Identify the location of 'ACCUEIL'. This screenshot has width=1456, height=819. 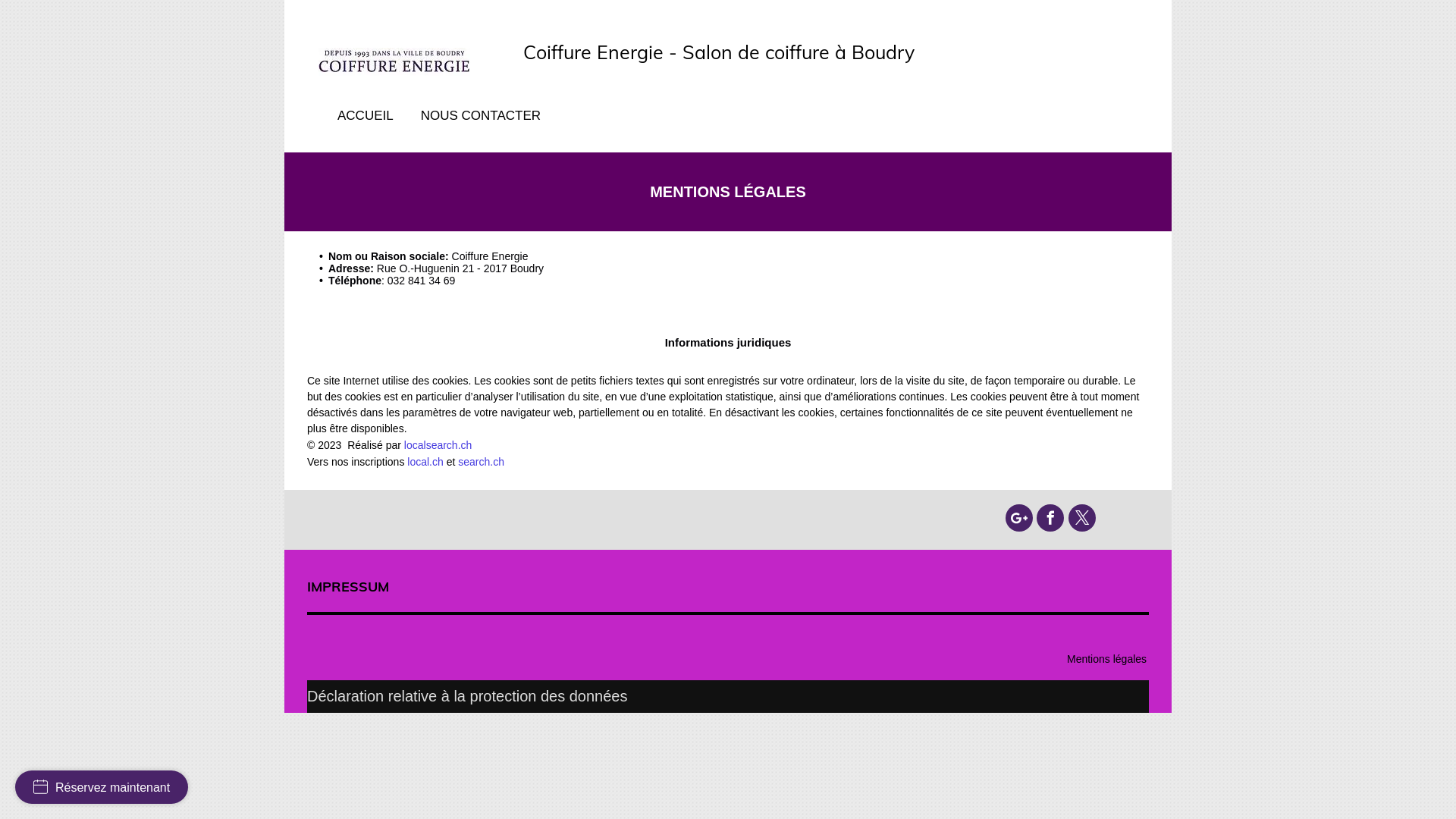
(367, 115).